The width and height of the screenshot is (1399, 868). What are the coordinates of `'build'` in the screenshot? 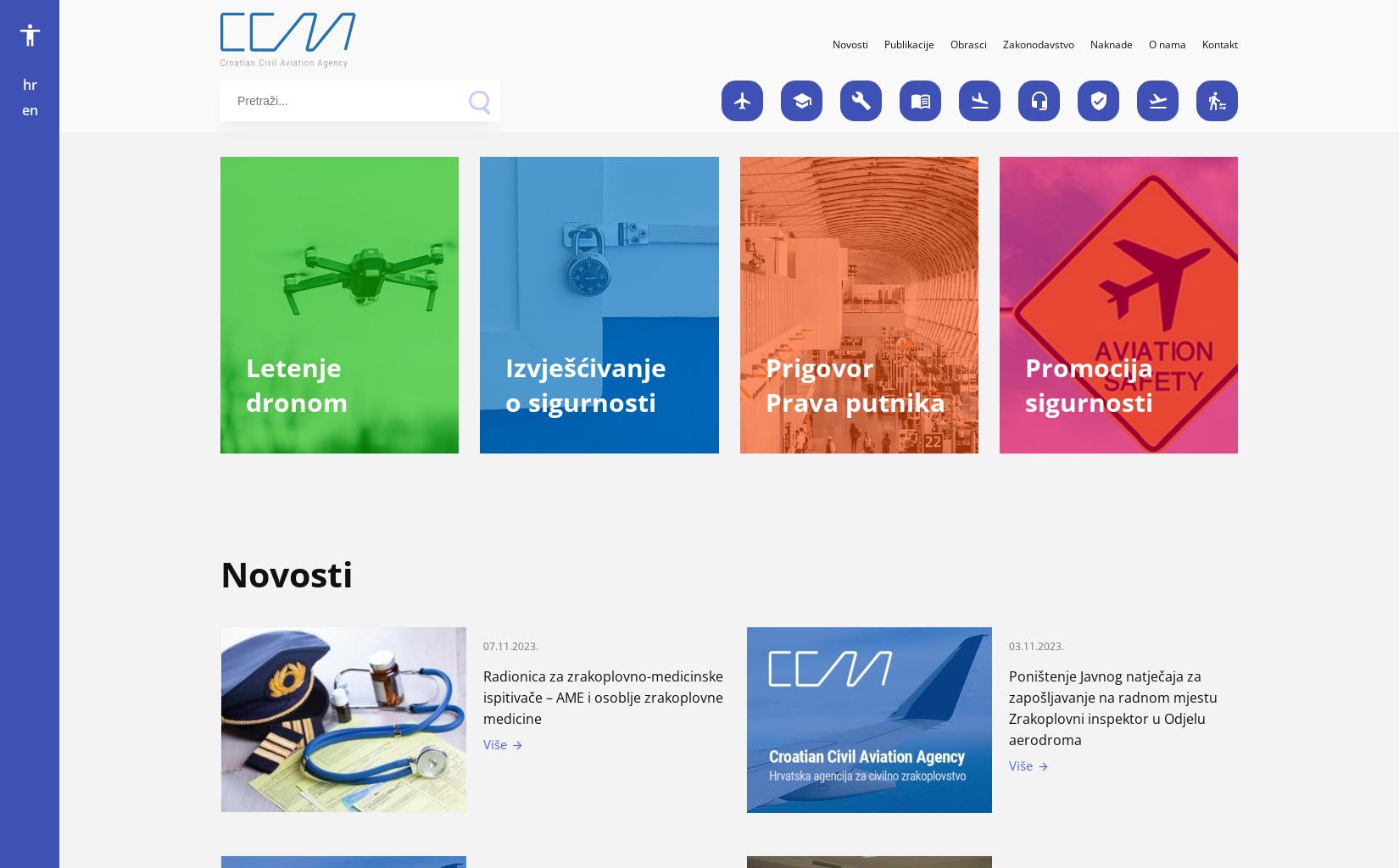 It's located at (861, 99).